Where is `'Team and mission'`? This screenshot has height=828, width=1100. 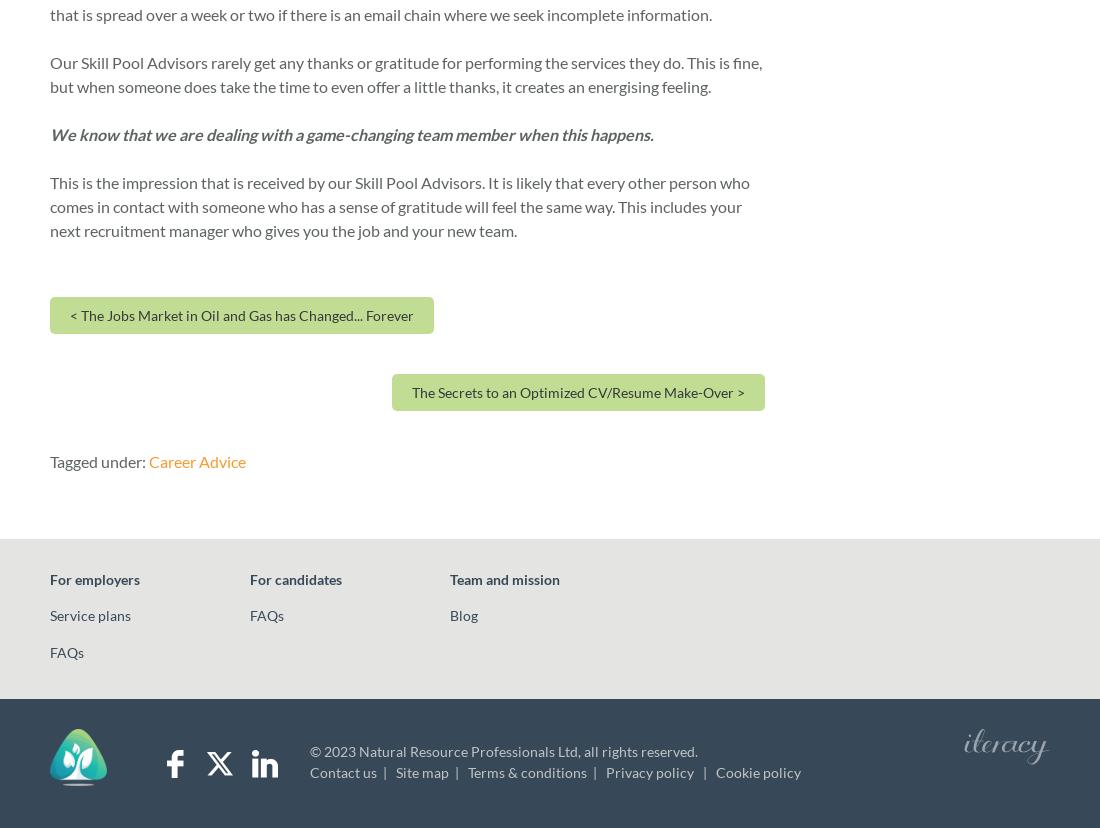 'Team and mission' is located at coordinates (505, 578).